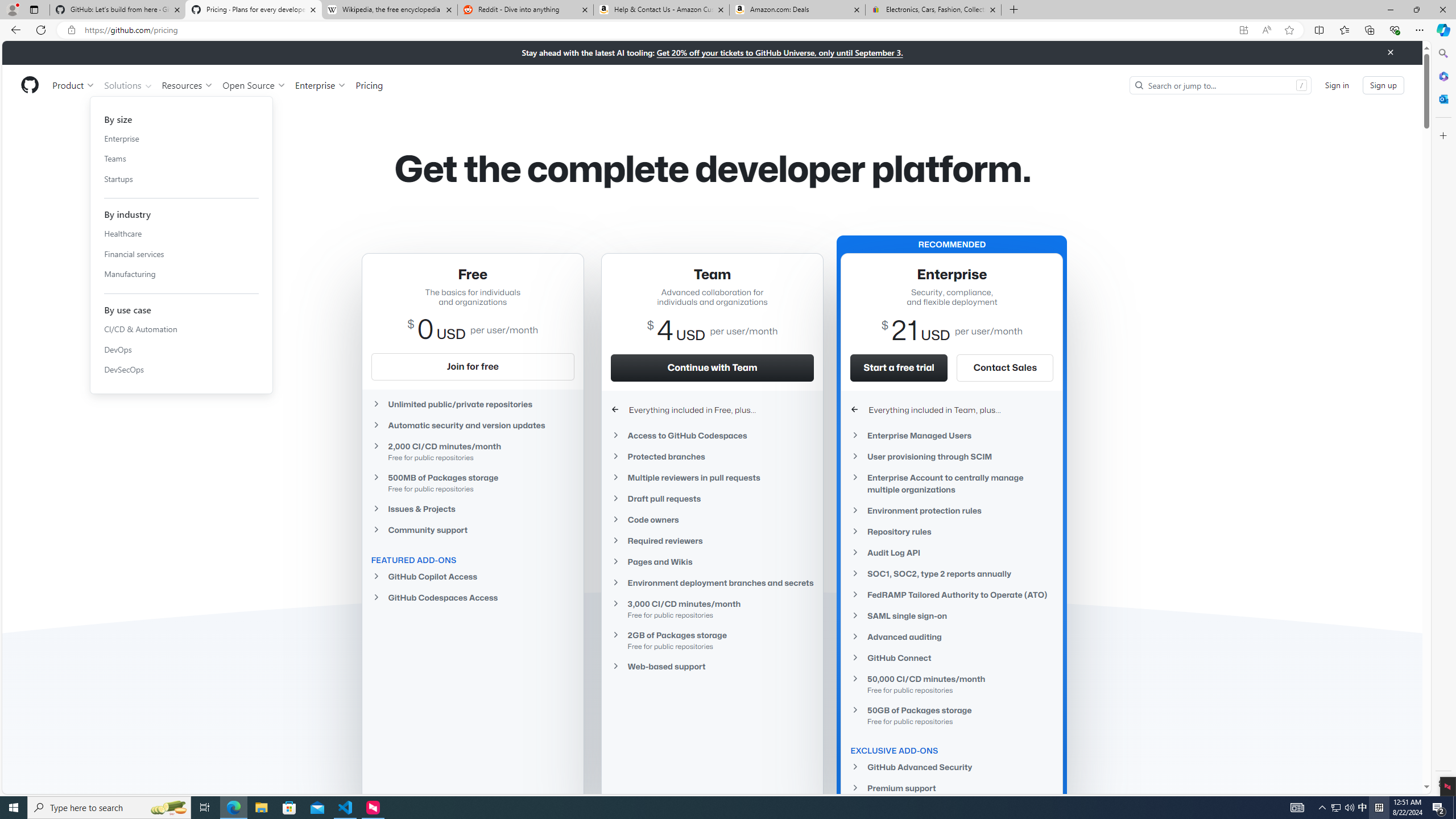  What do you see at coordinates (952, 435) in the screenshot?
I see `'Enterprise Managed Users'` at bounding box center [952, 435].